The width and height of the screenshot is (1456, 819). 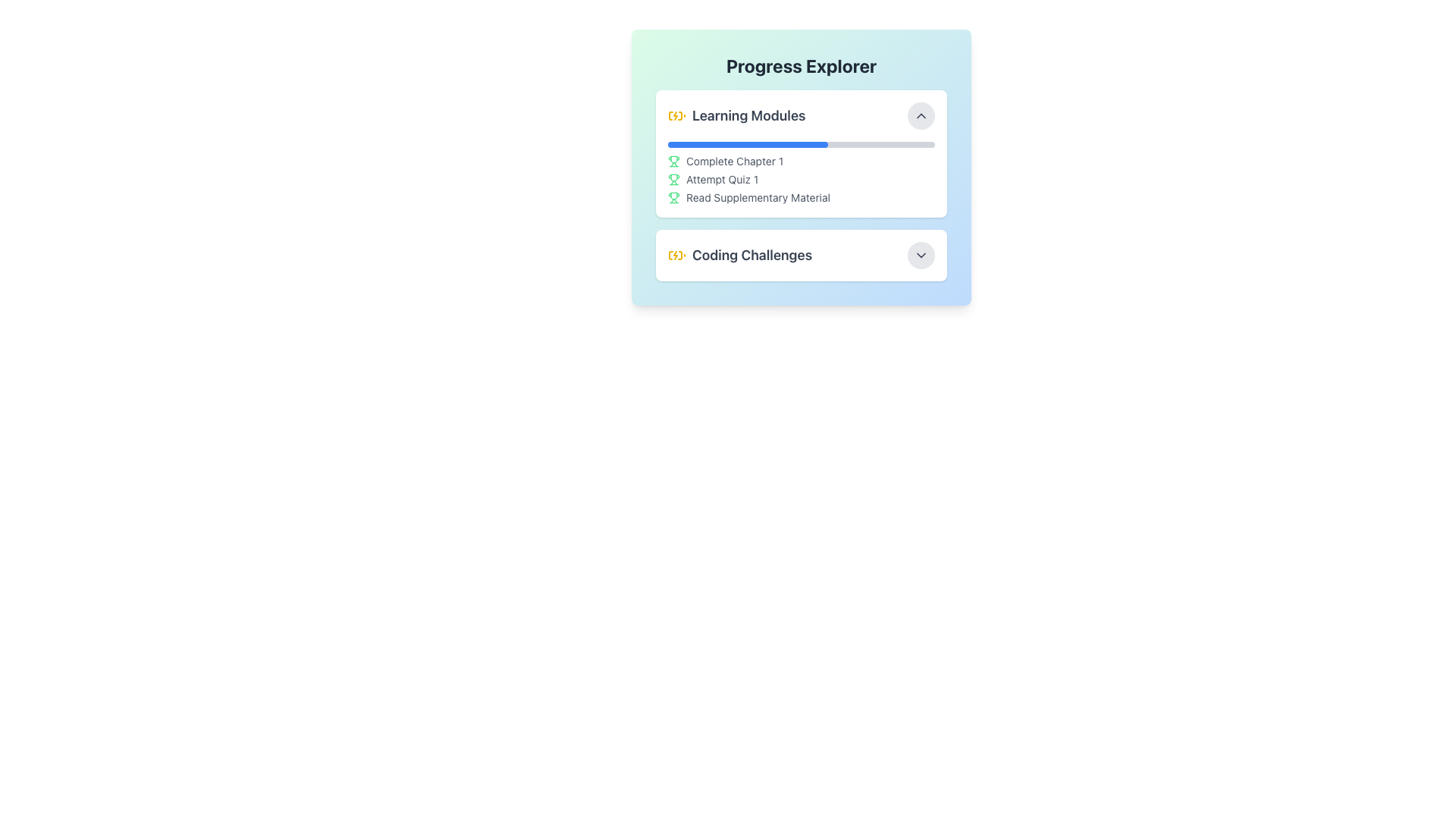 I want to click on the icon located to the left of the text 'Attempt Quiz 1' in the 'Learning Modules' section of the 'Progress Explorer' interface for additional information, so click(x=673, y=178).